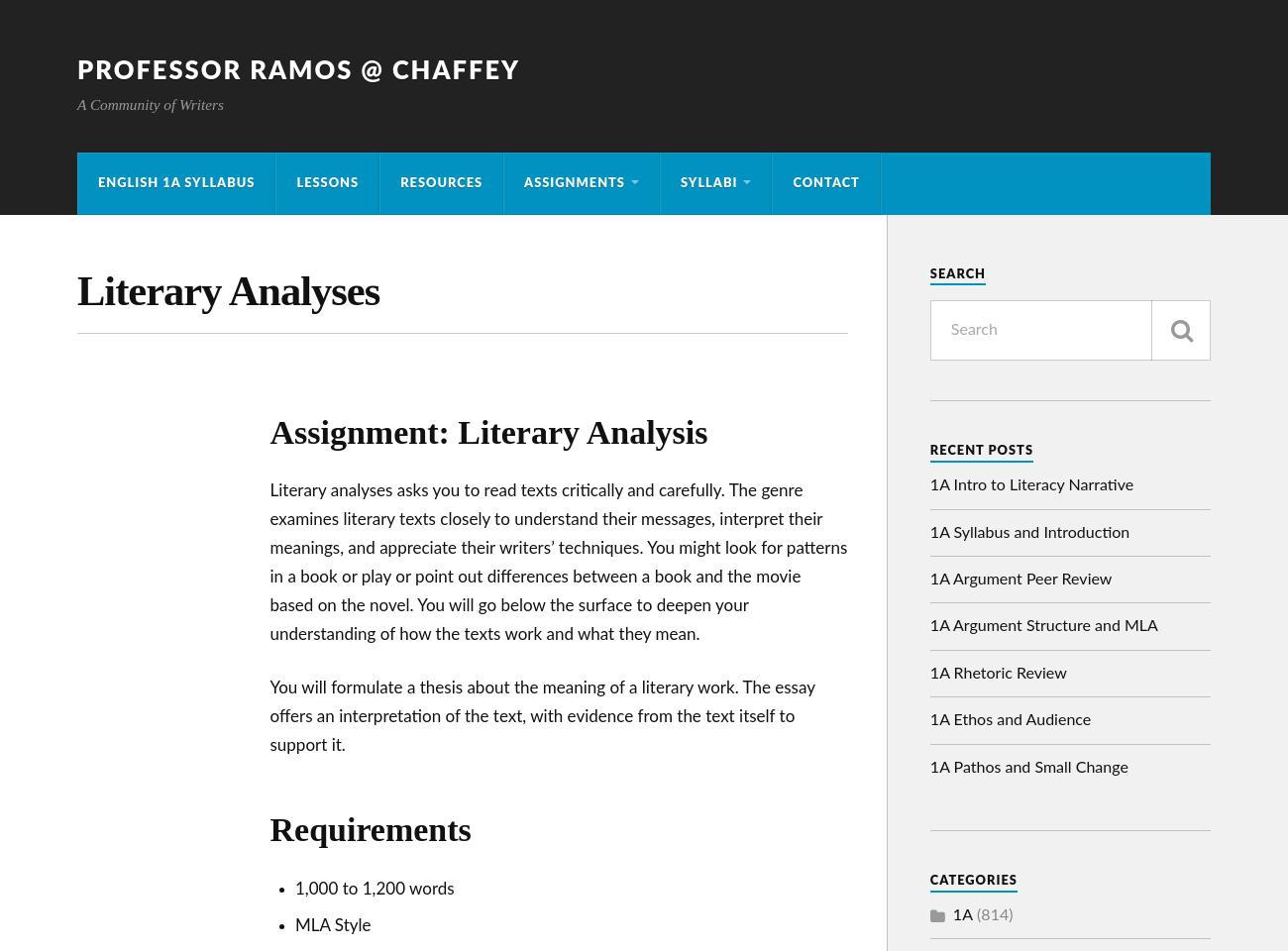  I want to click on '1A Ethos and Audience', so click(928, 719).